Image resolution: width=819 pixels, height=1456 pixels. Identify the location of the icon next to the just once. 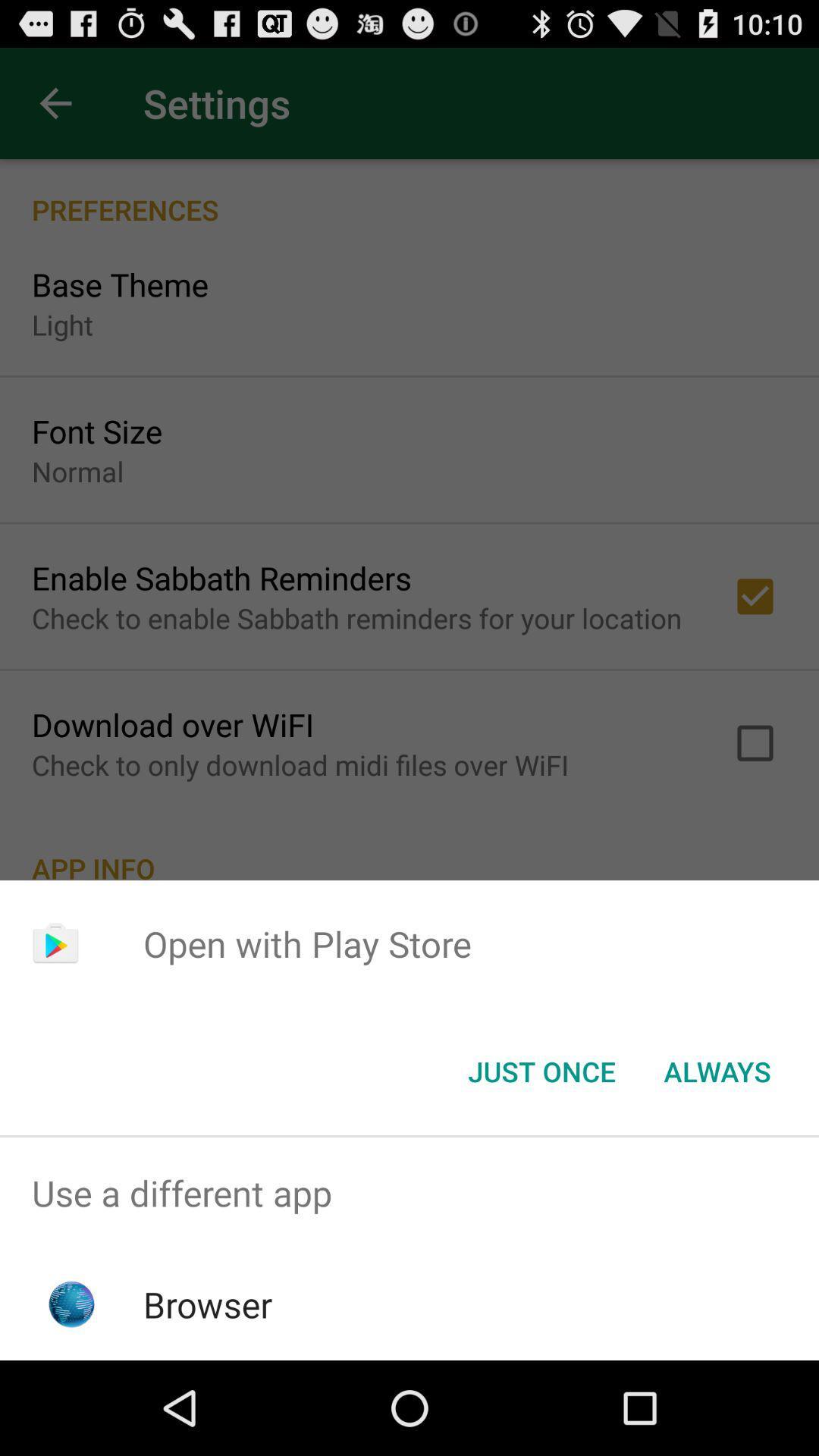
(717, 1070).